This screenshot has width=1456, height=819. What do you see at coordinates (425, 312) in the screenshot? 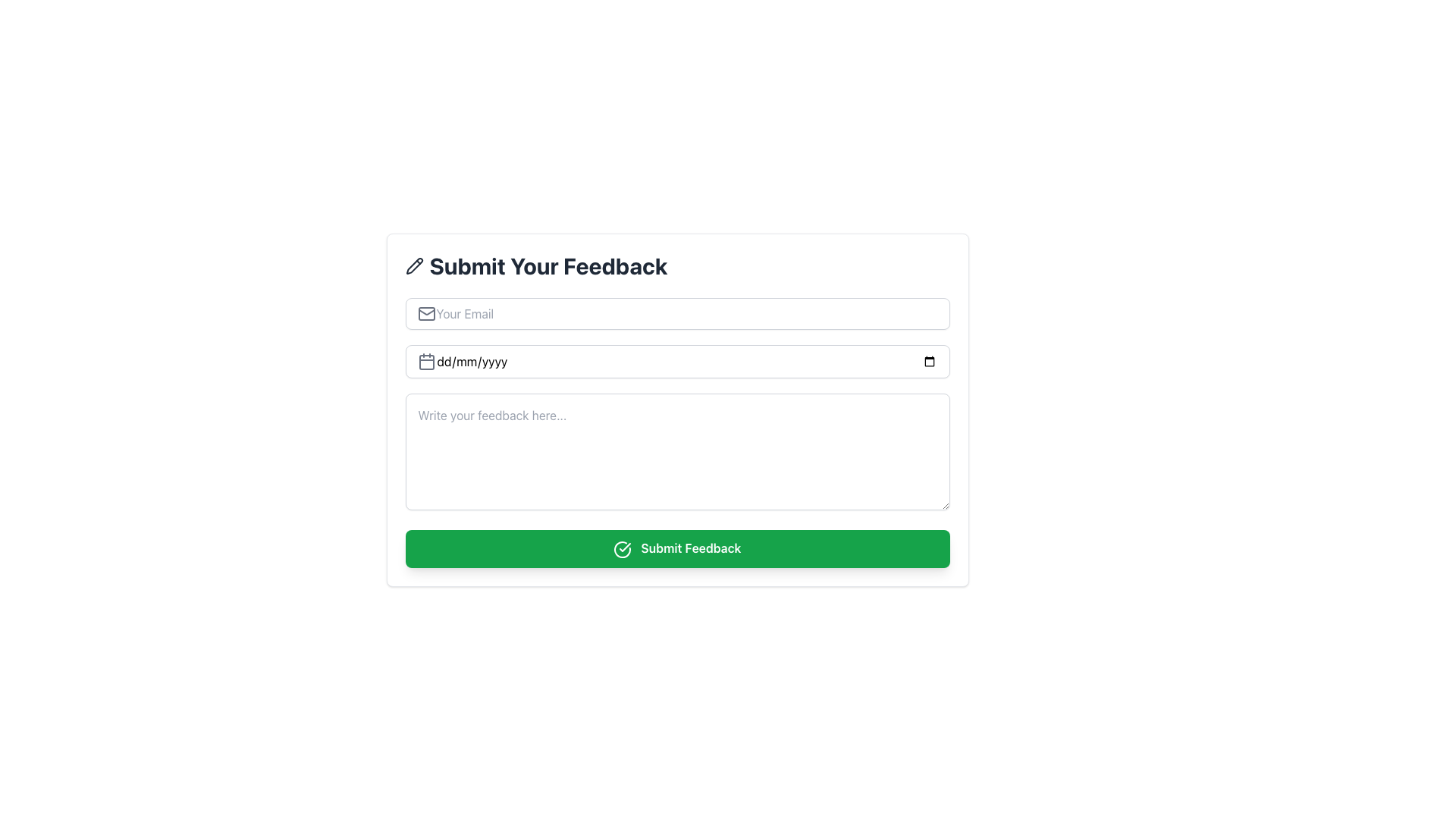
I see `the email input icon located at the far left of the email input field, which signifies that the associated field is intended for email input` at bounding box center [425, 312].